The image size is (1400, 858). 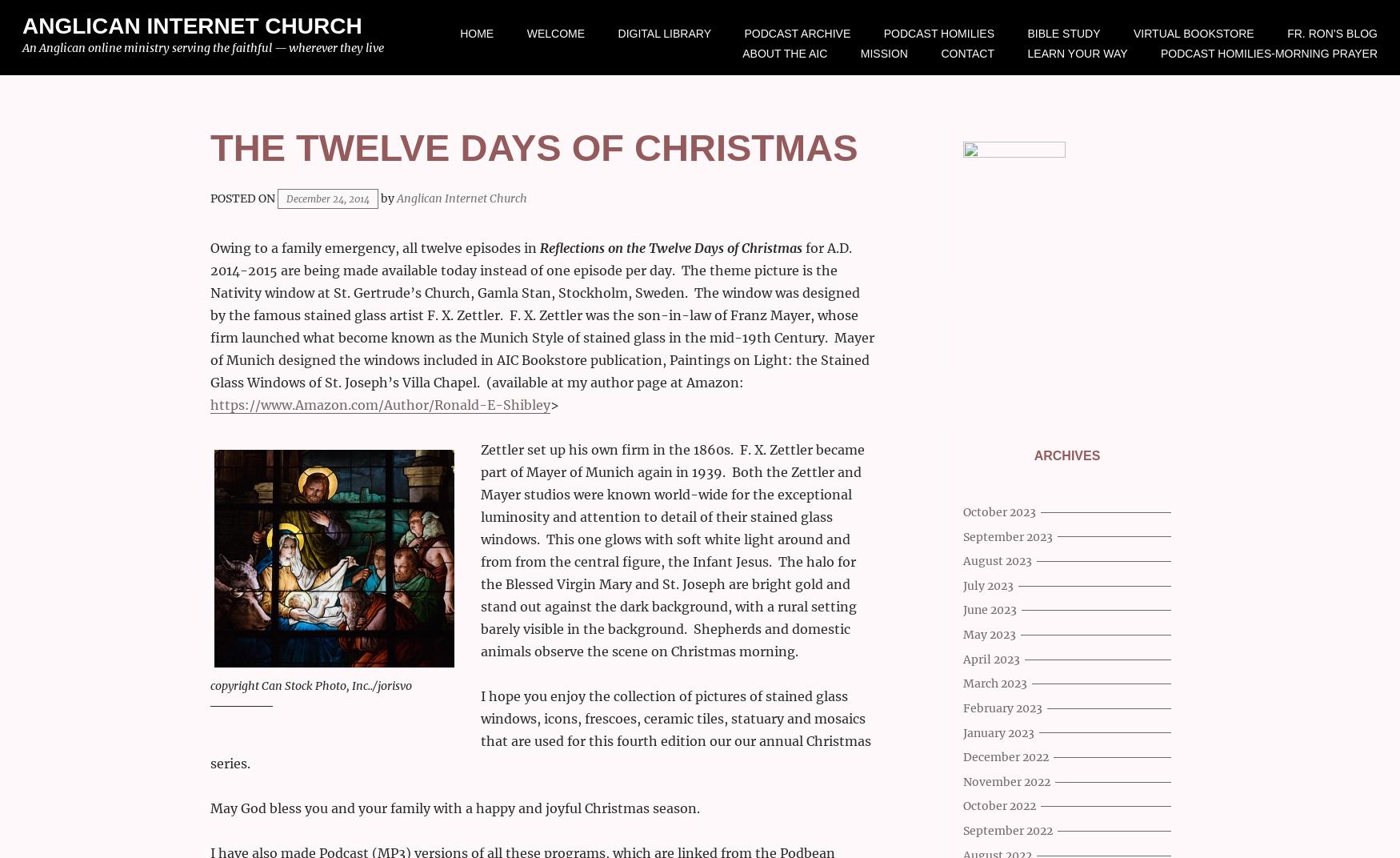 I want to click on 'Contact', so click(x=967, y=52).